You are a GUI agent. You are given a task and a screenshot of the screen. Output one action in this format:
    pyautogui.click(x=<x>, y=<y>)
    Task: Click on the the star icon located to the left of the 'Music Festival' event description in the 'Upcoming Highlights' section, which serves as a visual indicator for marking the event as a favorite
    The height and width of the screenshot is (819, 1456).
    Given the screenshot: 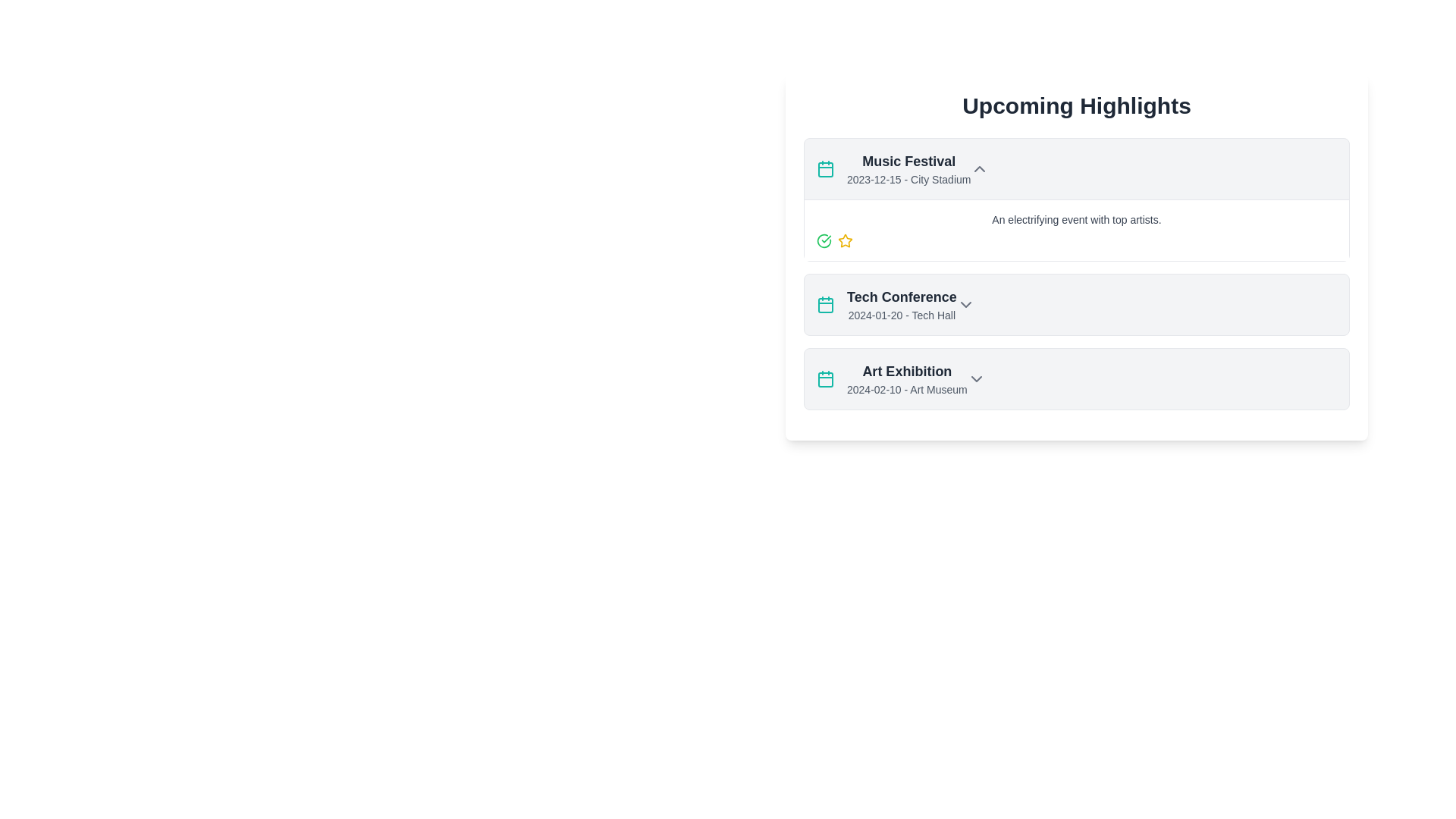 What is the action you would take?
    pyautogui.click(x=844, y=240)
    